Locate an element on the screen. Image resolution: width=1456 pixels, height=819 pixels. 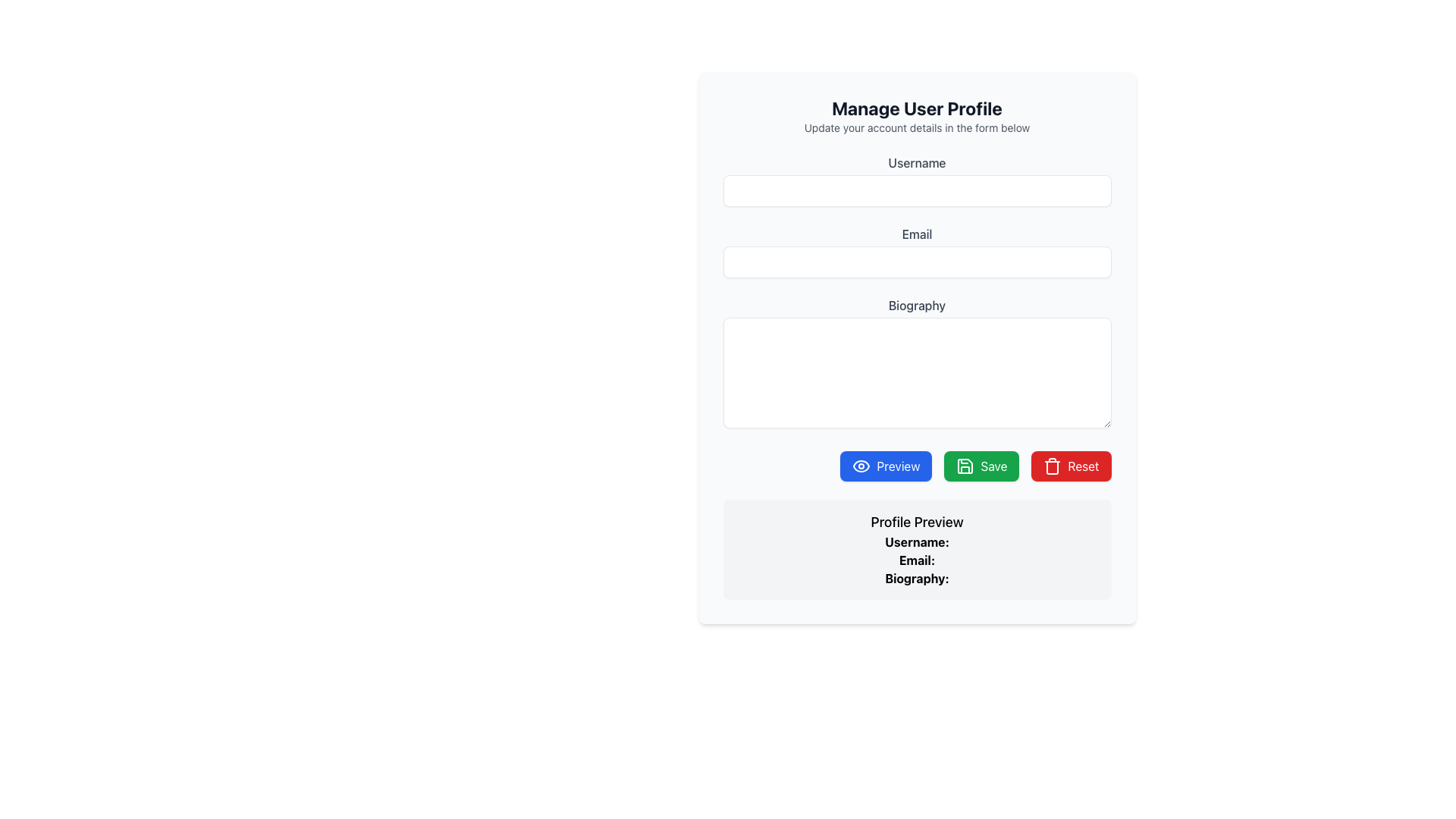
the 'Username:' text label located in the 'Profile Preview' section of the interface, which is positioned above the 'Email:' and 'Biography:' labels is located at coordinates (916, 541).